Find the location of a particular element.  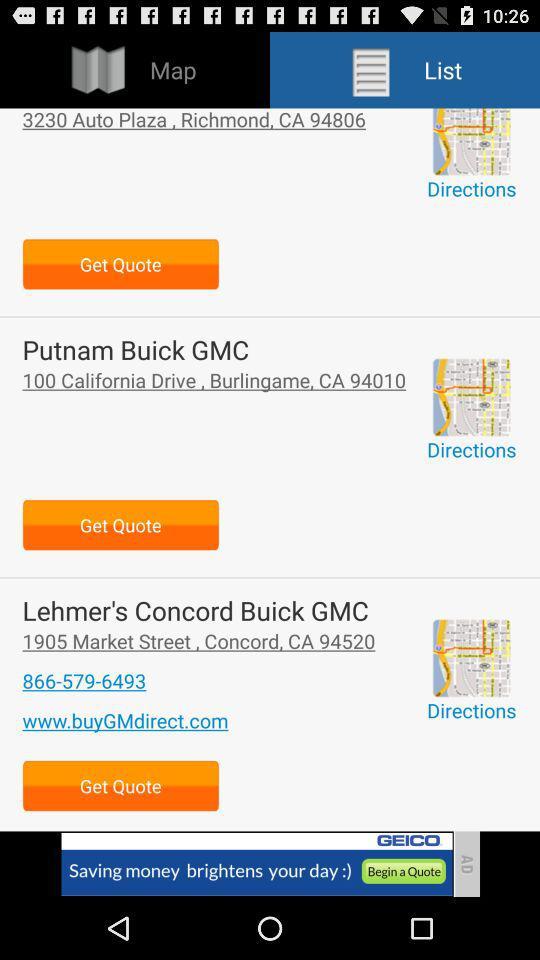

advertisement is located at coordinates (256, 863).